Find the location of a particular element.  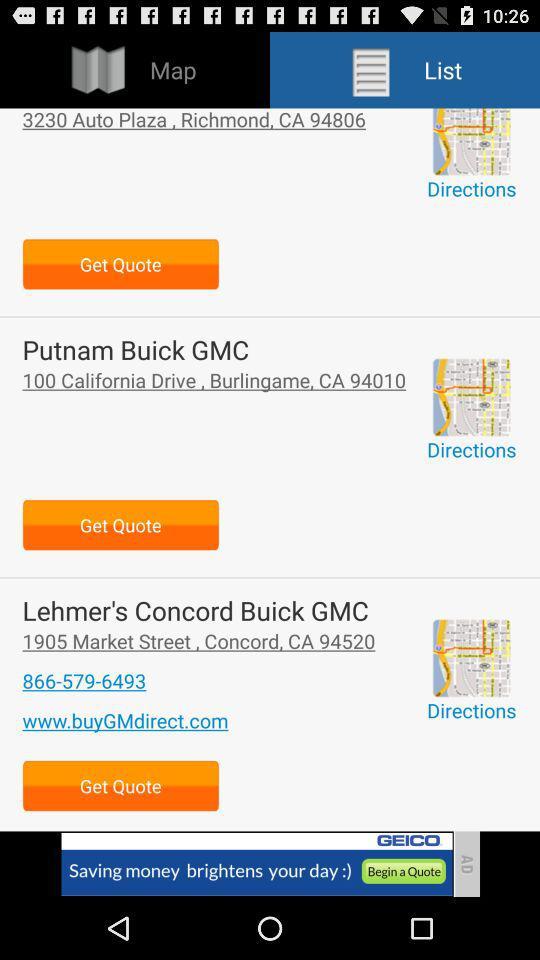

advertisement is located at coordinates (256, 863).